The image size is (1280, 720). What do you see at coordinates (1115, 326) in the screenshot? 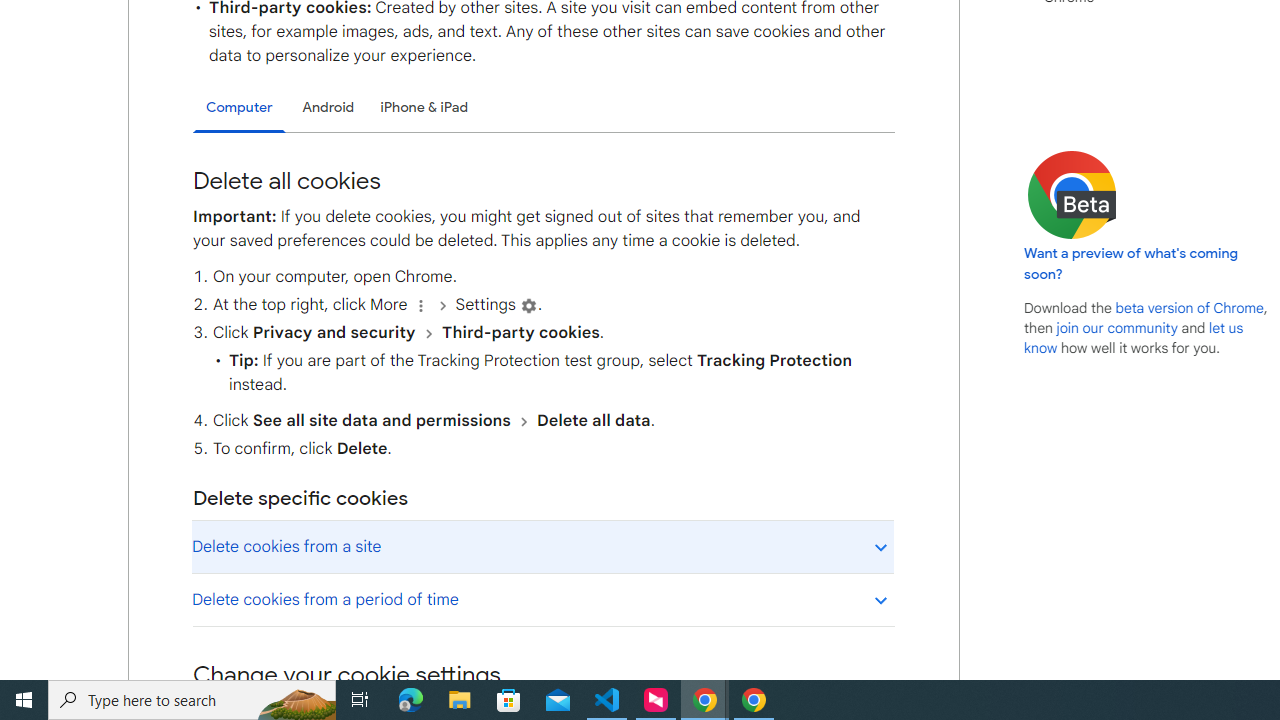
I see `'join our community'` at bounding box center [1115, 326].